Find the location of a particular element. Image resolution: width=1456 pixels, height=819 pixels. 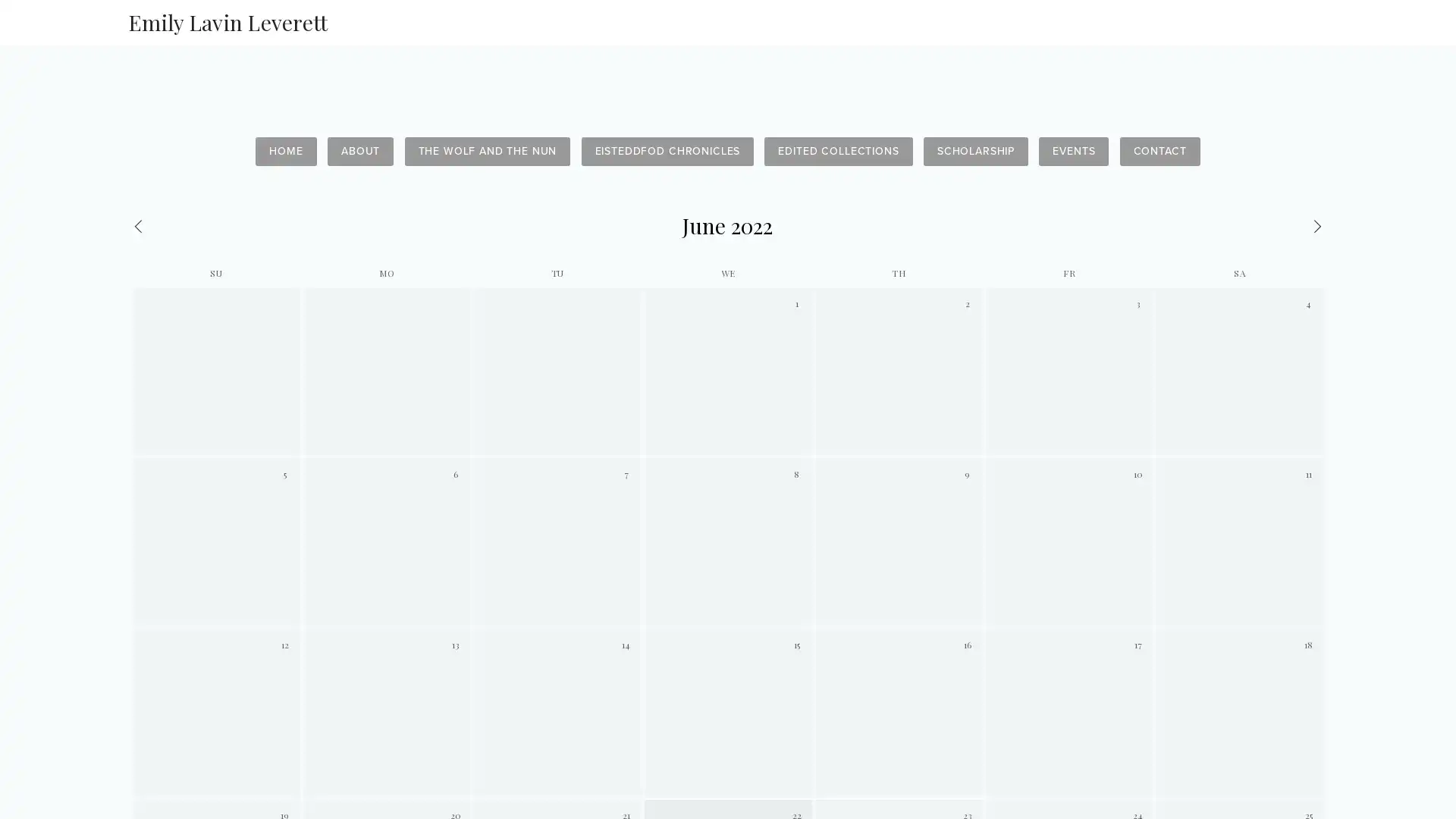

Go to previous month is located at coordinates (212, 225).